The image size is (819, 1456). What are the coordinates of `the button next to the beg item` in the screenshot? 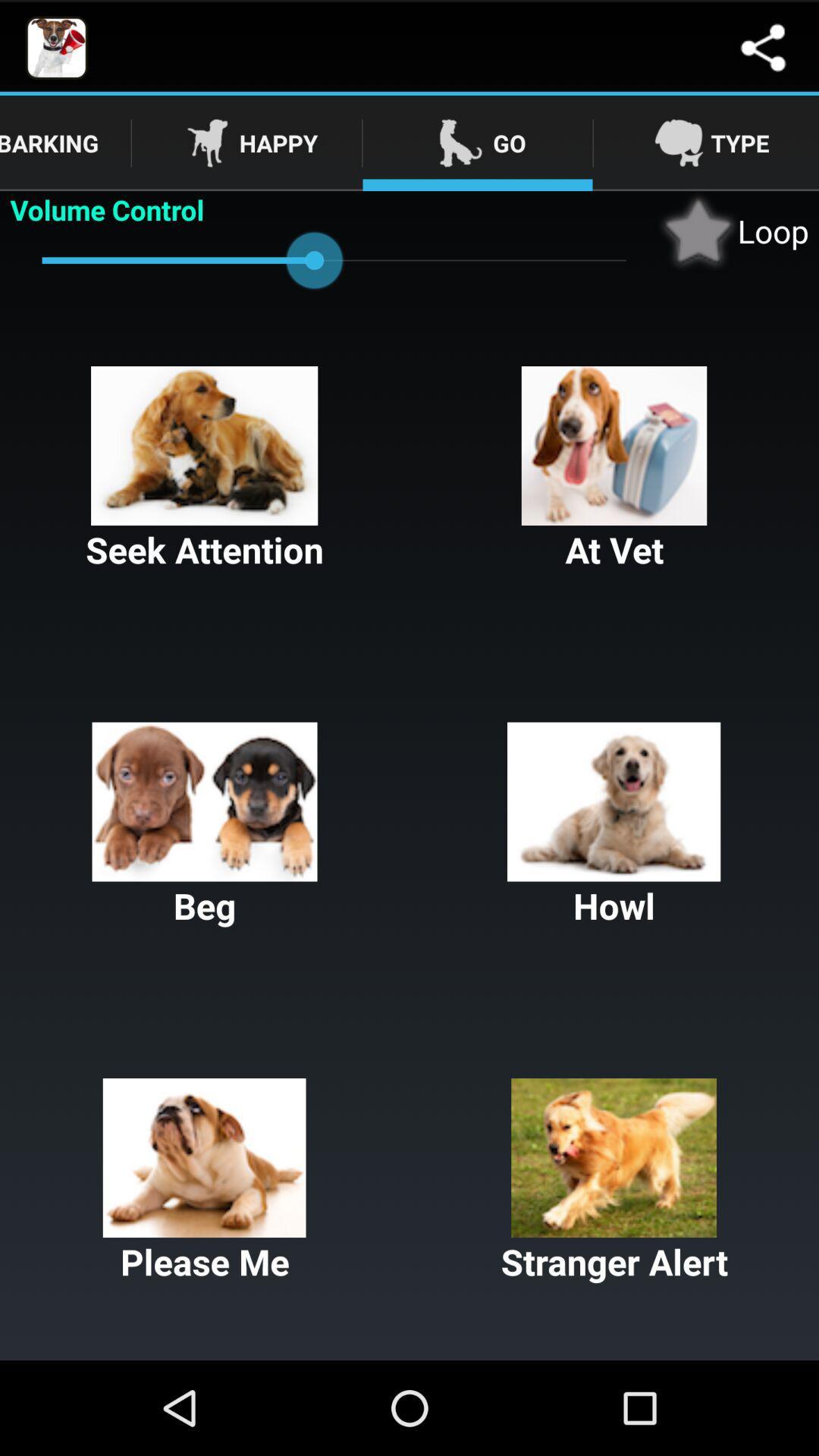 It's located at (614, 825).